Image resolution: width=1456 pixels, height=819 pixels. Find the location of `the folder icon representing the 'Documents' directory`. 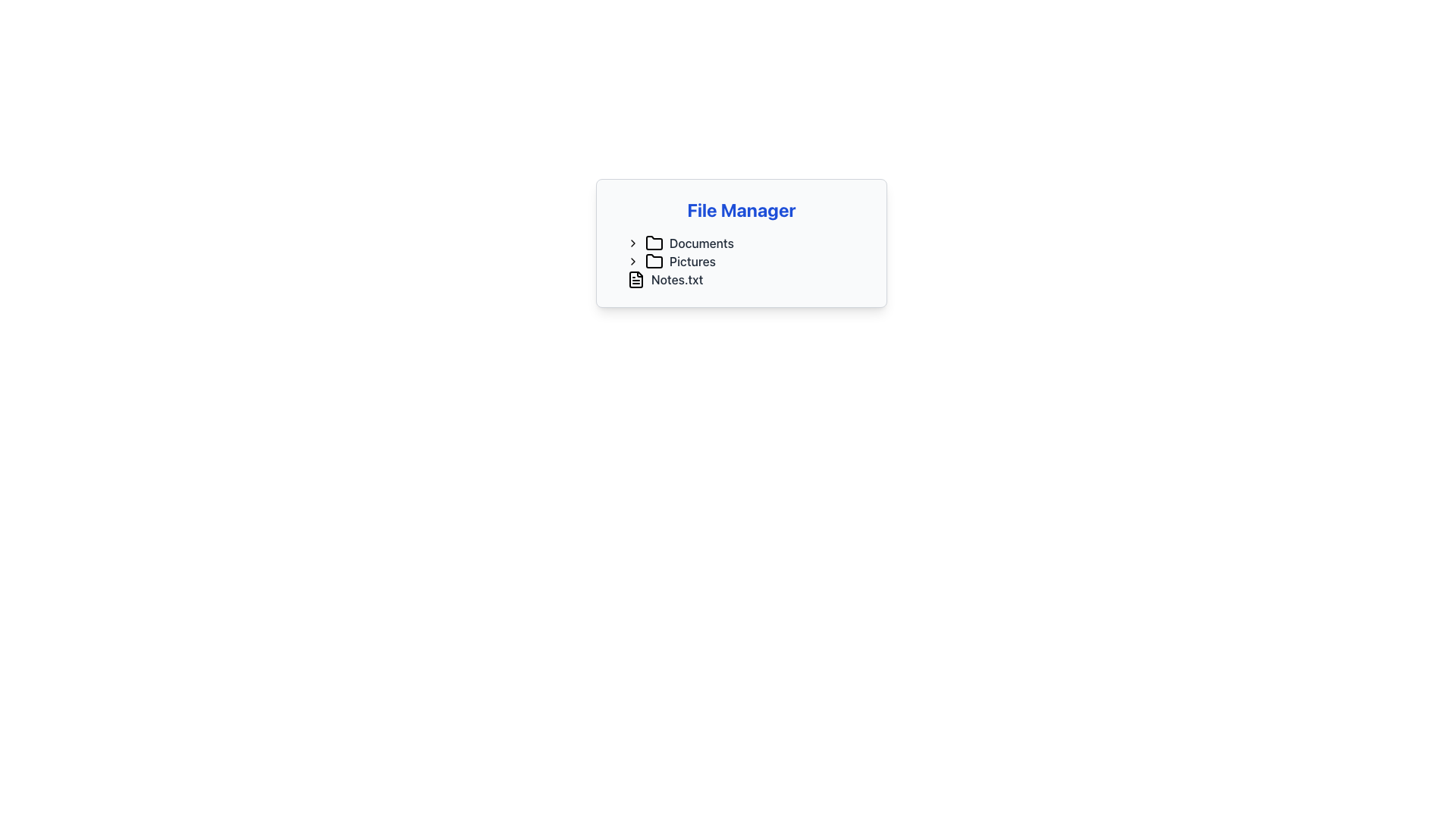

the folder icon representing the 'Documents' directory is located at coordinates (654, 242).